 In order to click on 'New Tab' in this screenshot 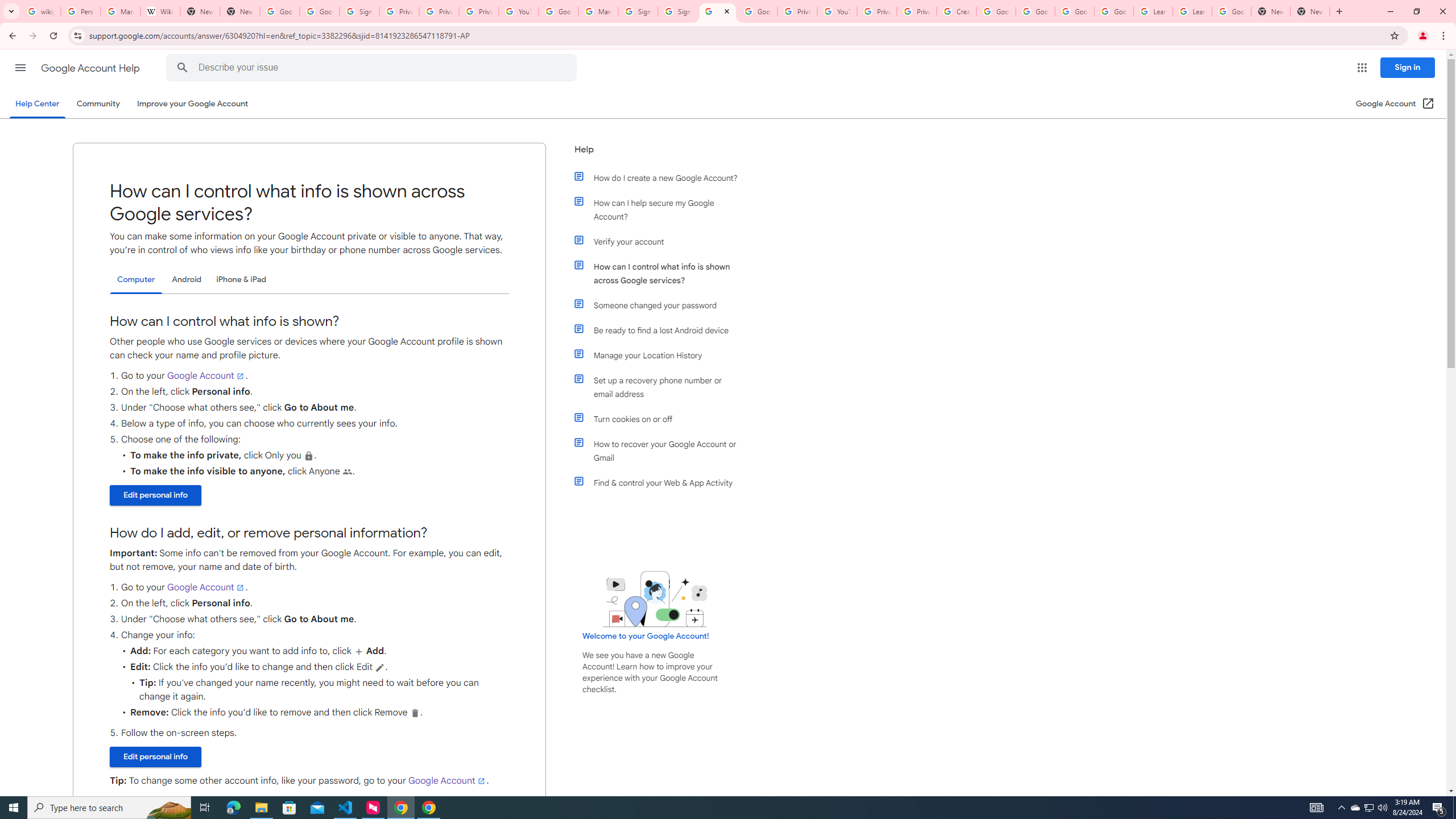, I will do `click(1270, 11)`.